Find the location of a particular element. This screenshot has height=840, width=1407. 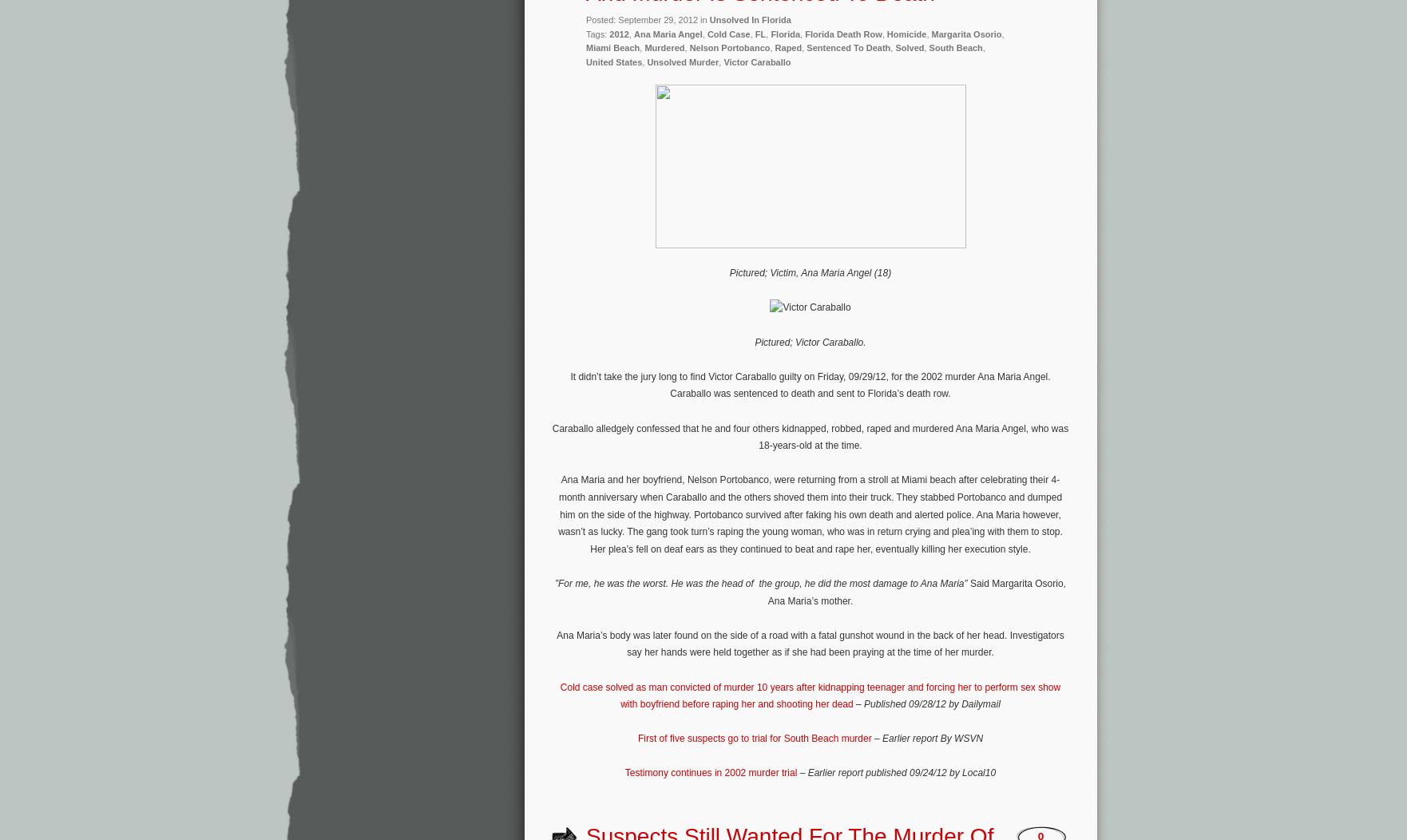

'Homicide' is located at coordinates (906, 33).